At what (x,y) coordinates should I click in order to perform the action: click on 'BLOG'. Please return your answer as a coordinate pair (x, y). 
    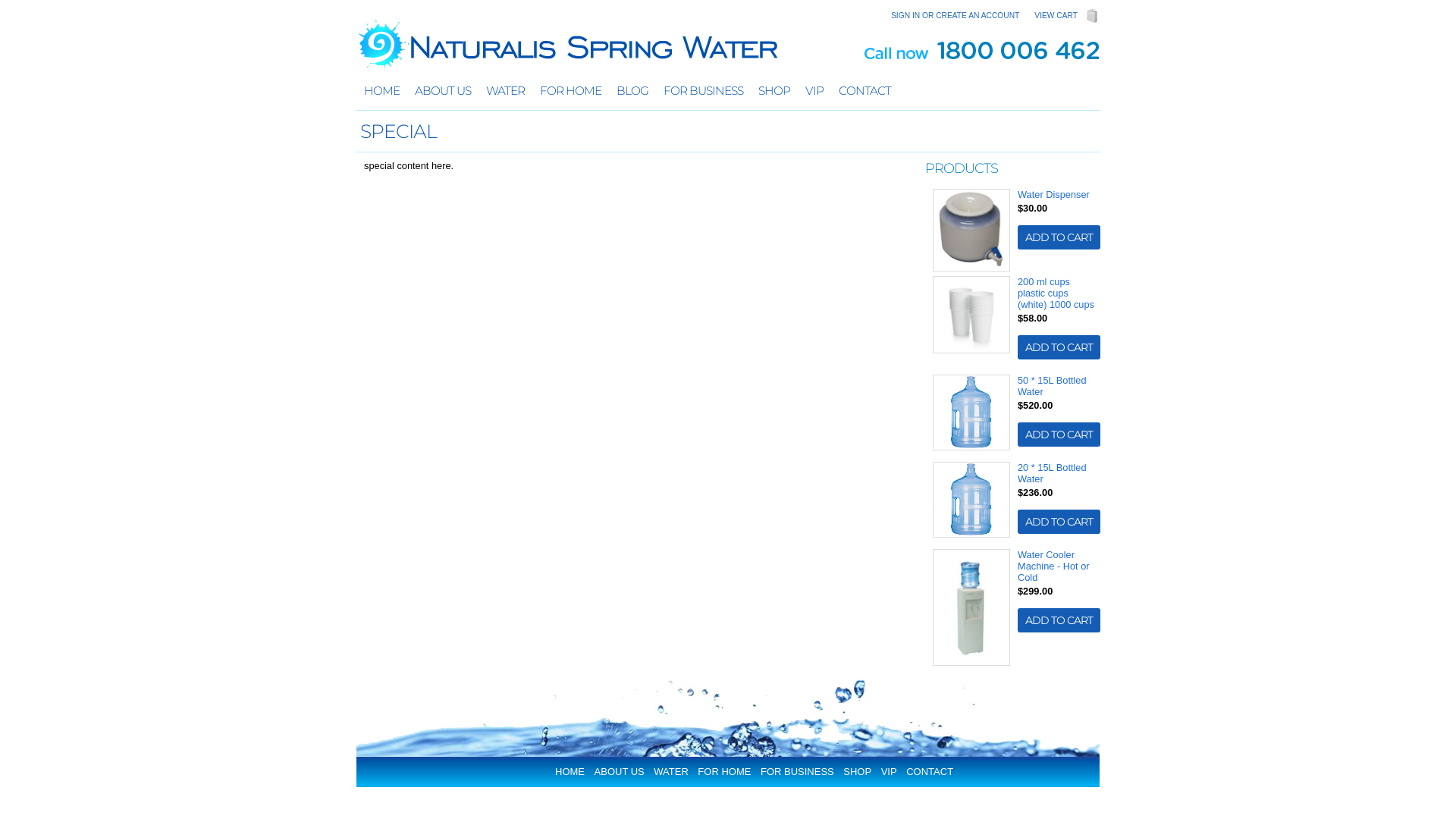
    Looking at the image, I should click on (632, 90).